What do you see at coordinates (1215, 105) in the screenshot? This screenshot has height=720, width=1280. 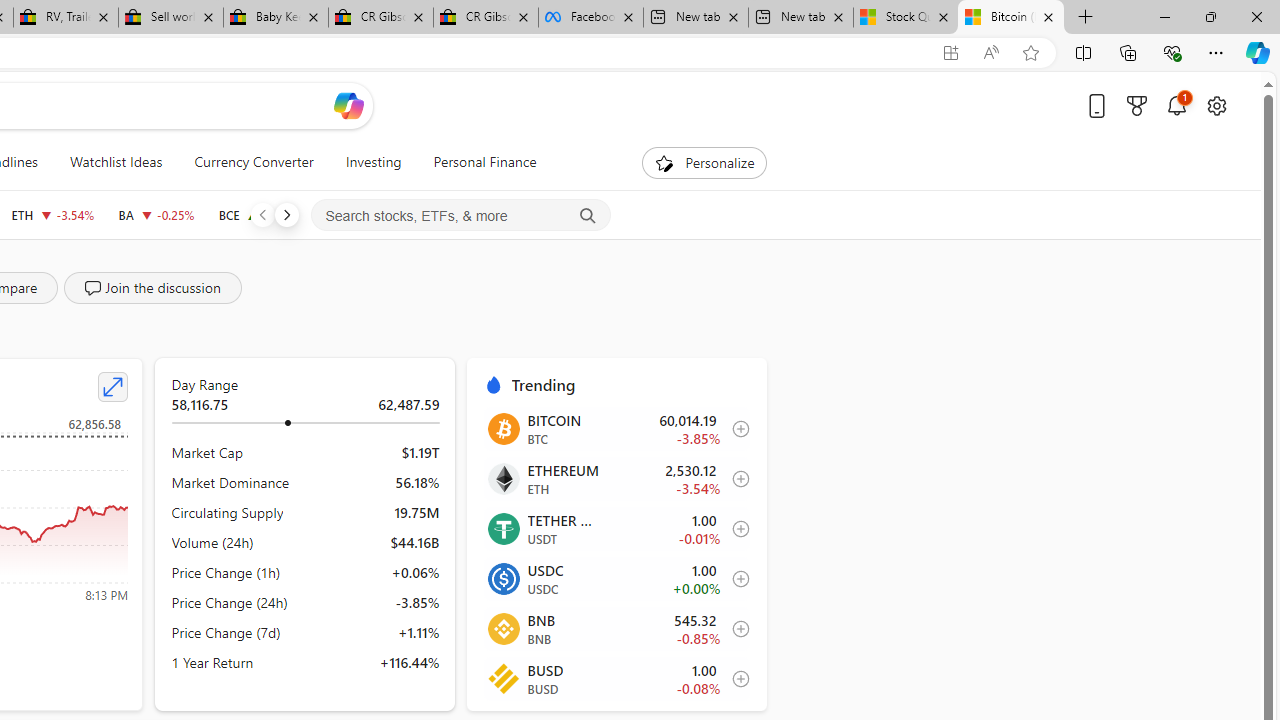 I see `'Open settings'` at bounding box center [1215, 105].